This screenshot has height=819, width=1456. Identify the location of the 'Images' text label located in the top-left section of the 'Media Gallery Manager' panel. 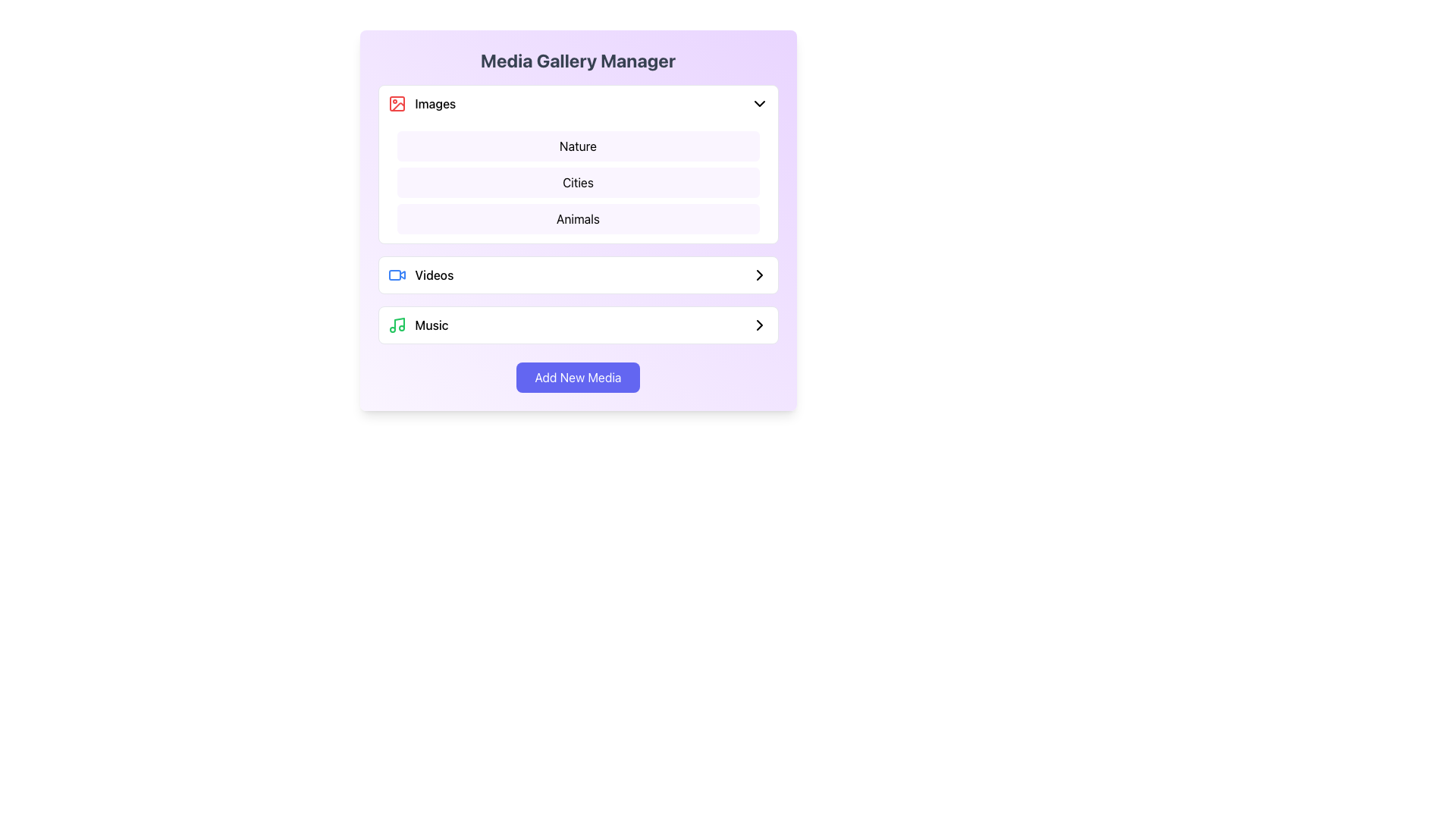
(435, 103).